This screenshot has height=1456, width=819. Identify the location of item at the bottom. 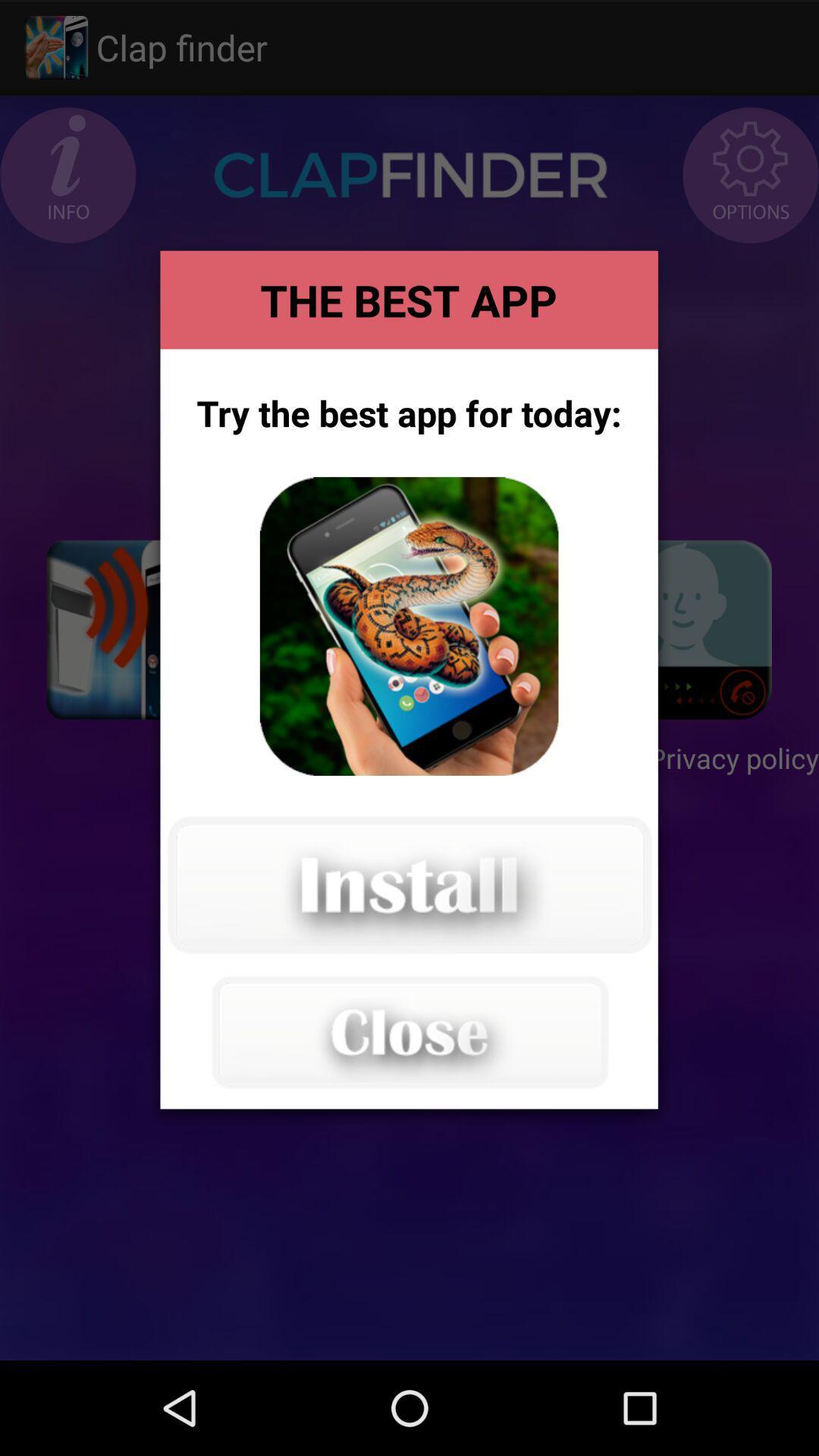
(408, 1031).